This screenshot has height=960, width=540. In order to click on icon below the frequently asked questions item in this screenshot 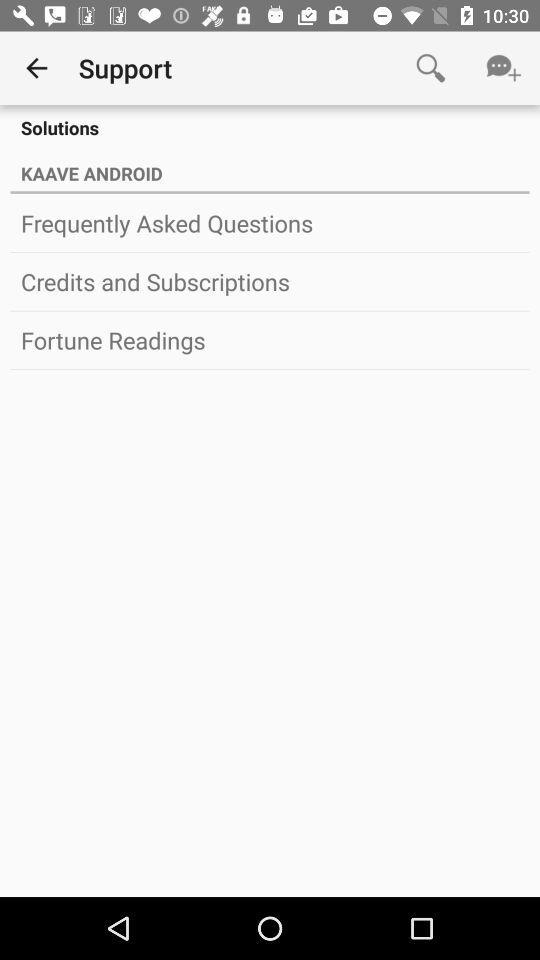, I will do `click(270, 280)`.